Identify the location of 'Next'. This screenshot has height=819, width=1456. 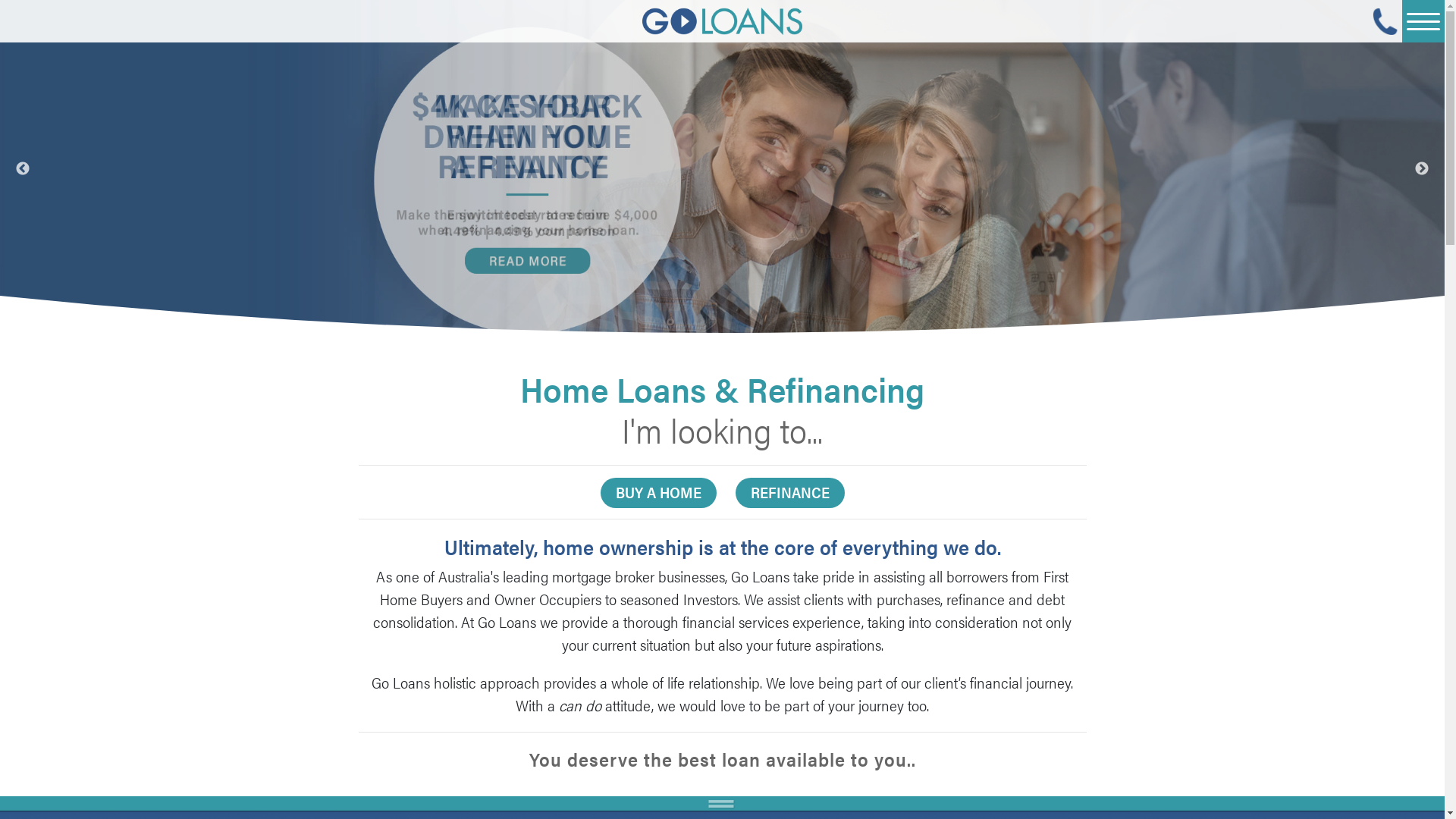
(1414, 168).